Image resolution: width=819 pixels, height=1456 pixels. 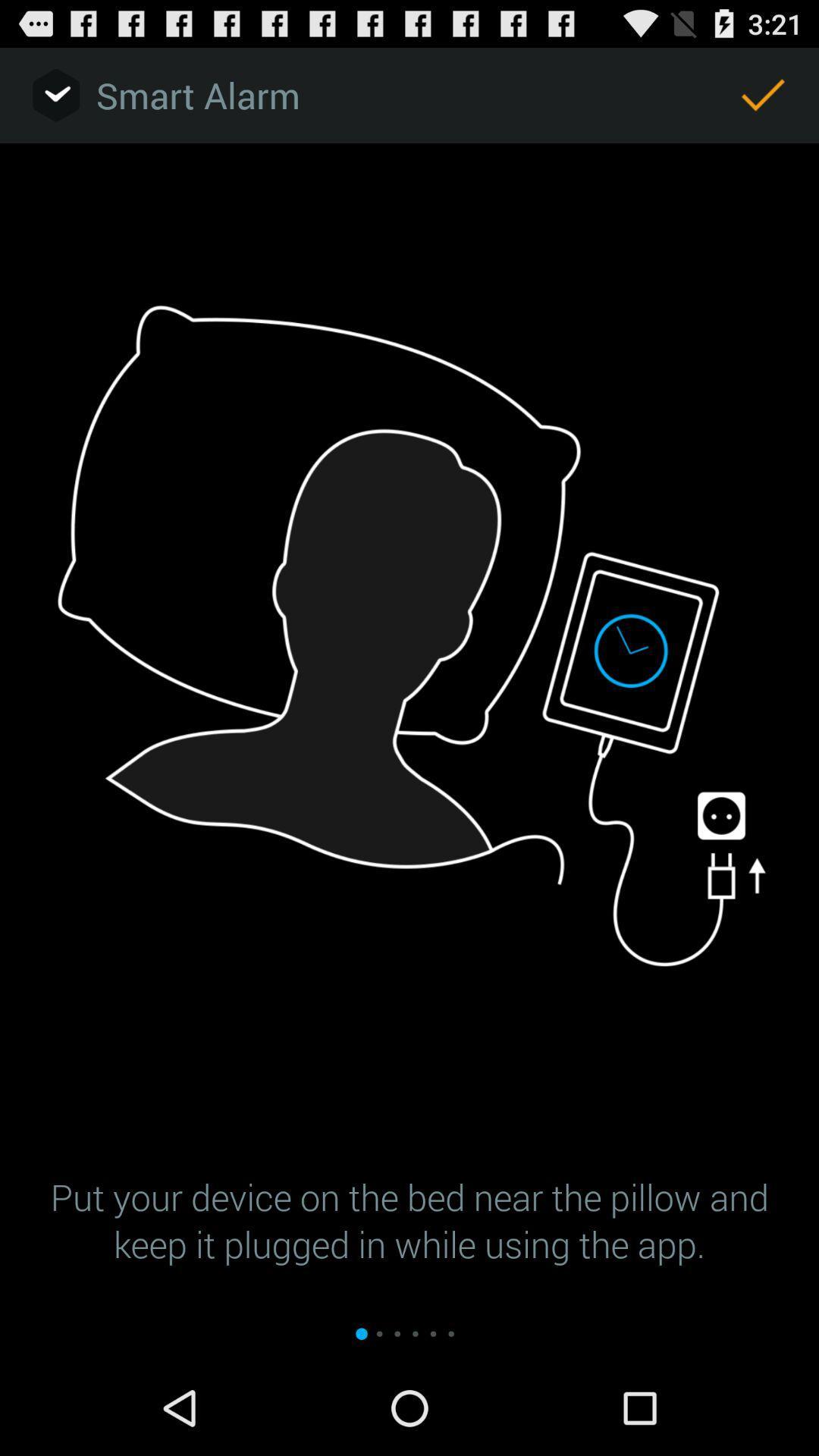 I want to click on icon at the top right corner, so click(x=763, y=94).